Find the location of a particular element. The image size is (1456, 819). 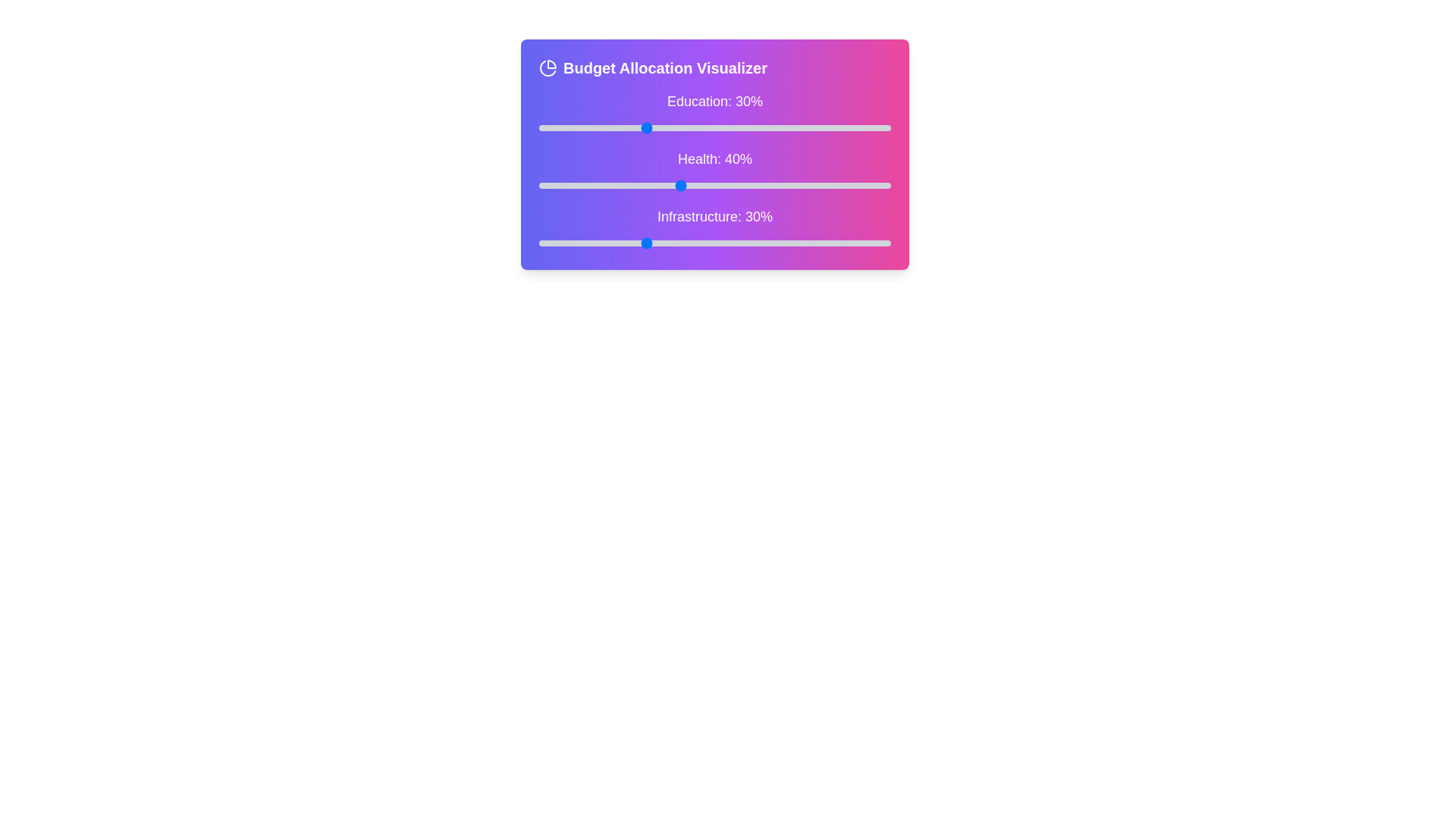

the slider is located at coordinates (862, 242).